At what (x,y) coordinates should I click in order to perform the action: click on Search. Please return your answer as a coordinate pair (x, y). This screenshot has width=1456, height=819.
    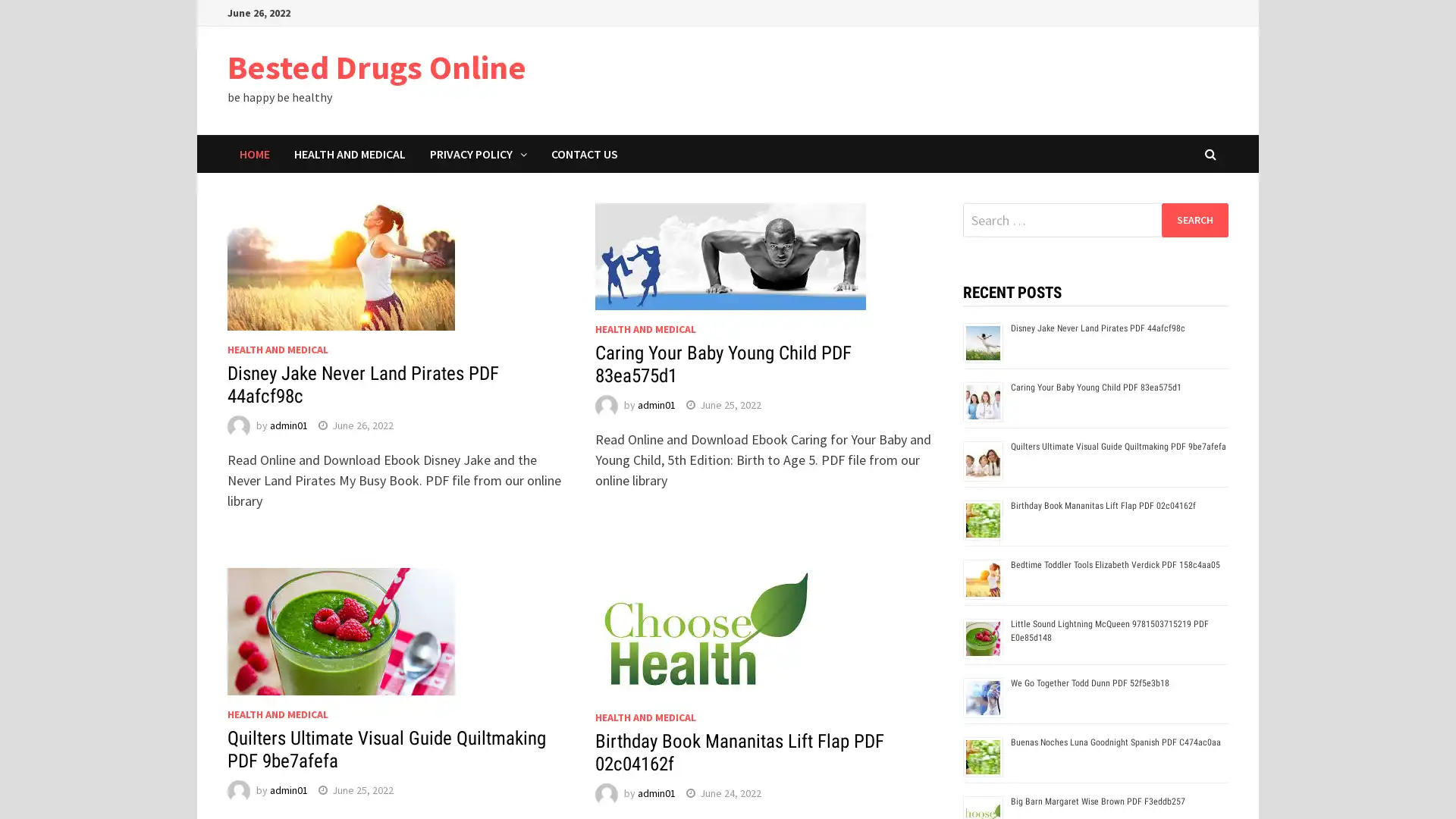
    Looking at the image, I should click on (1194, 219).